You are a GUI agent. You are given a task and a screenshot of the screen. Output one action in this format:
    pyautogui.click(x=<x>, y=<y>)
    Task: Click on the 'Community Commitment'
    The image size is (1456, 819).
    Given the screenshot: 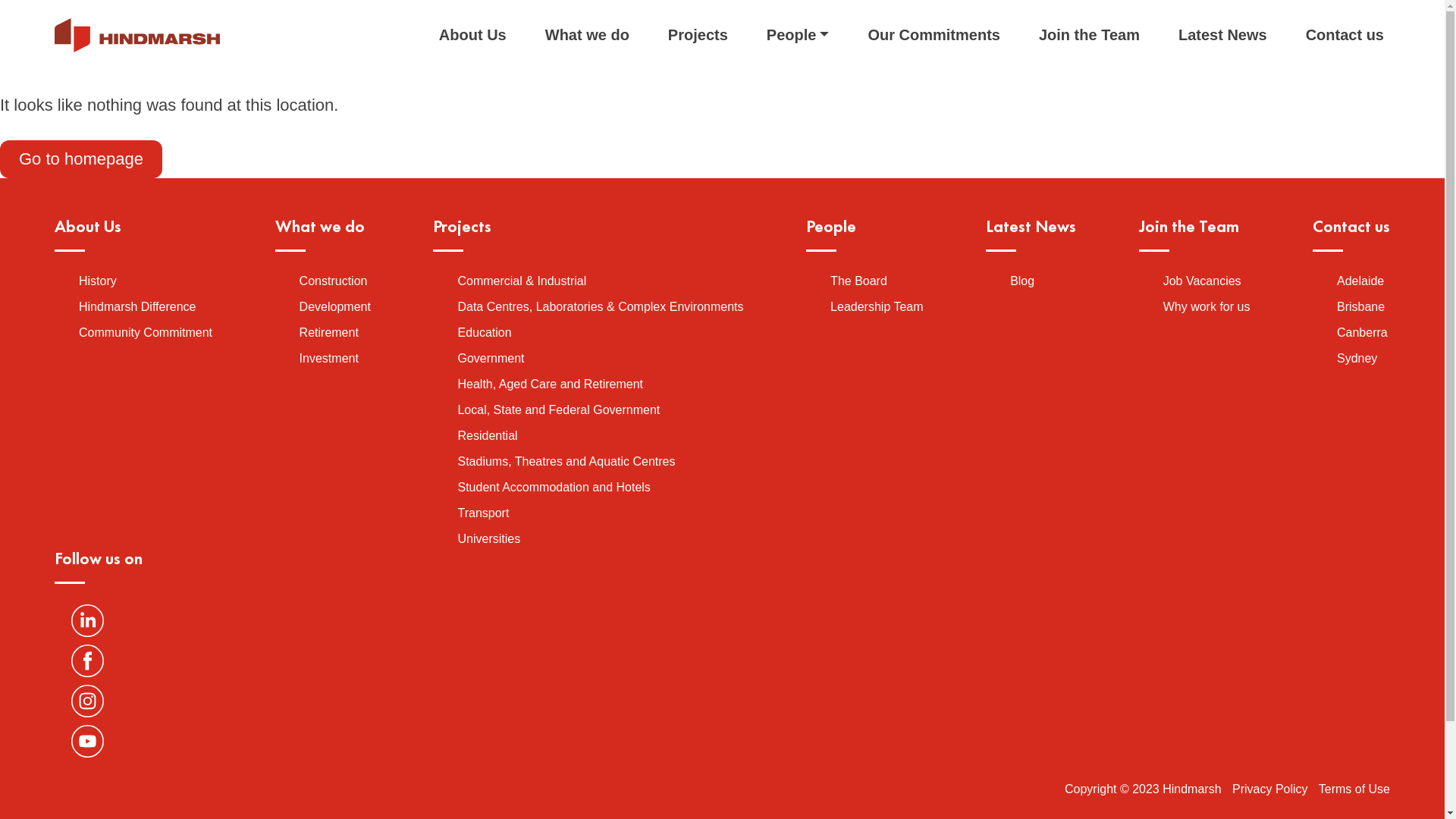 What is the action you would take?
    pyautogui.click(x=146, y=331)
    